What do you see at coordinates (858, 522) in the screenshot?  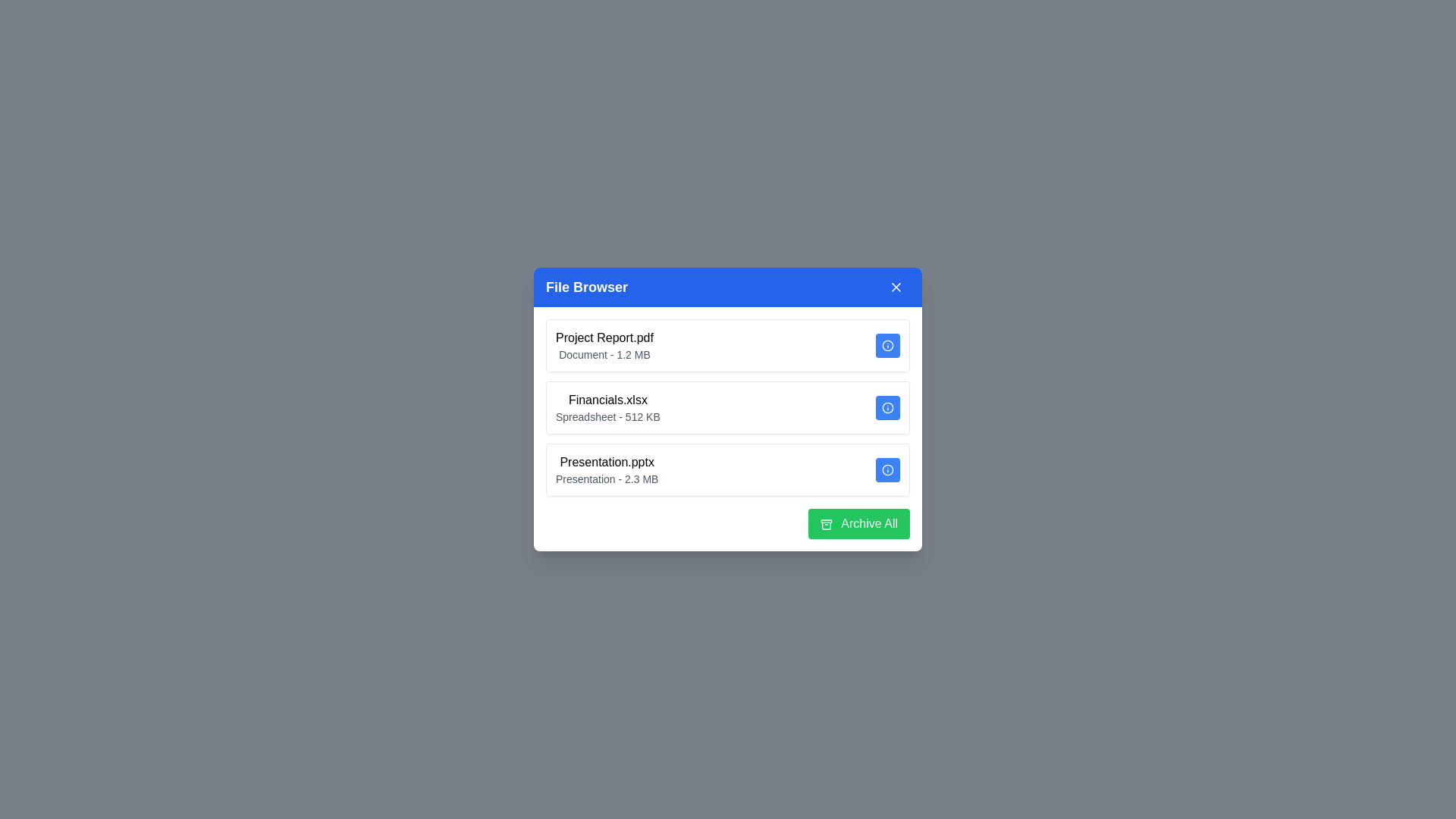 I see `'Archive All' button to archive all listed files` at bounding box center [858, 522].